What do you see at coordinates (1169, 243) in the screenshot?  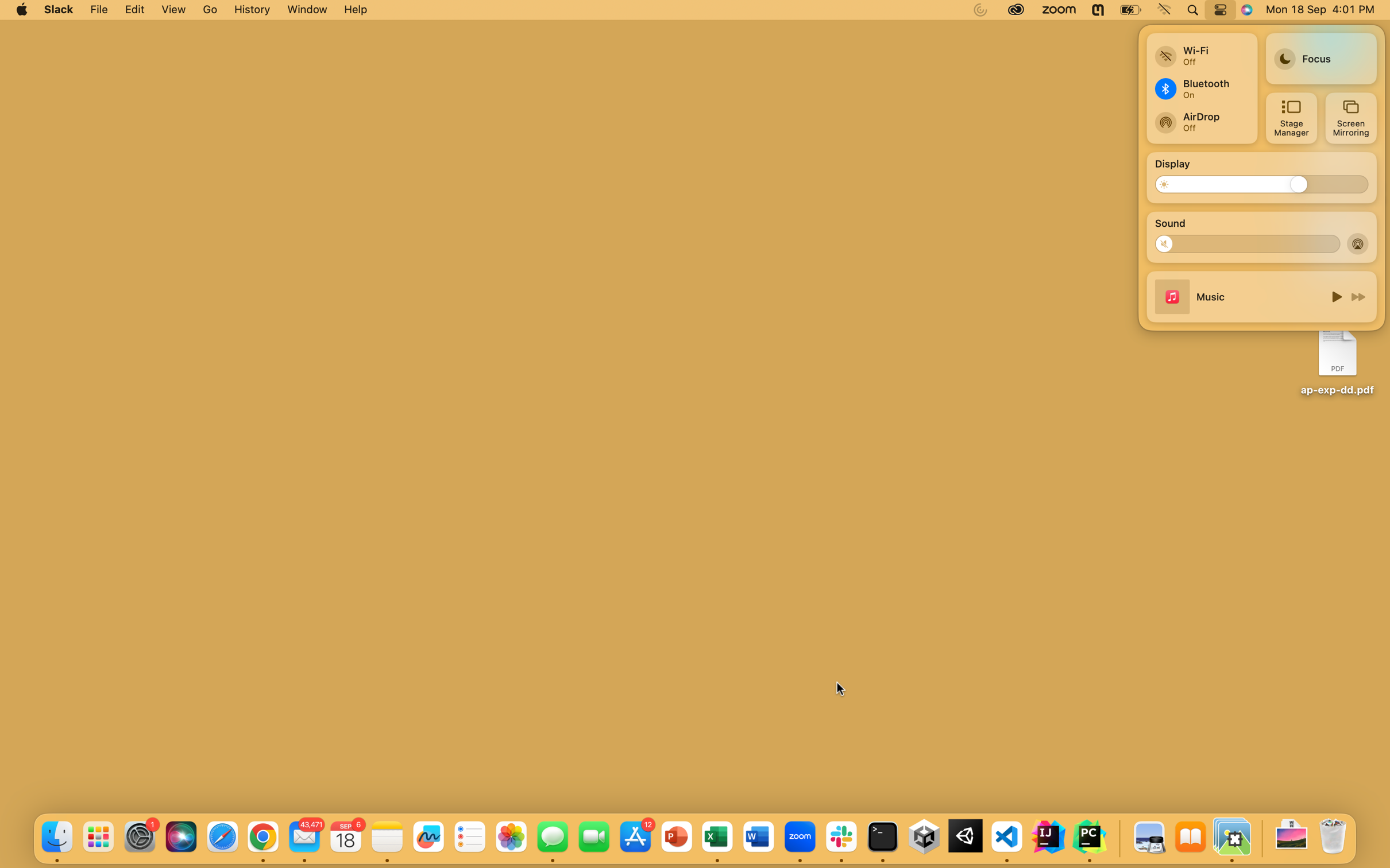 I see `Turn down the audio` at bounding box center [1169, 243].